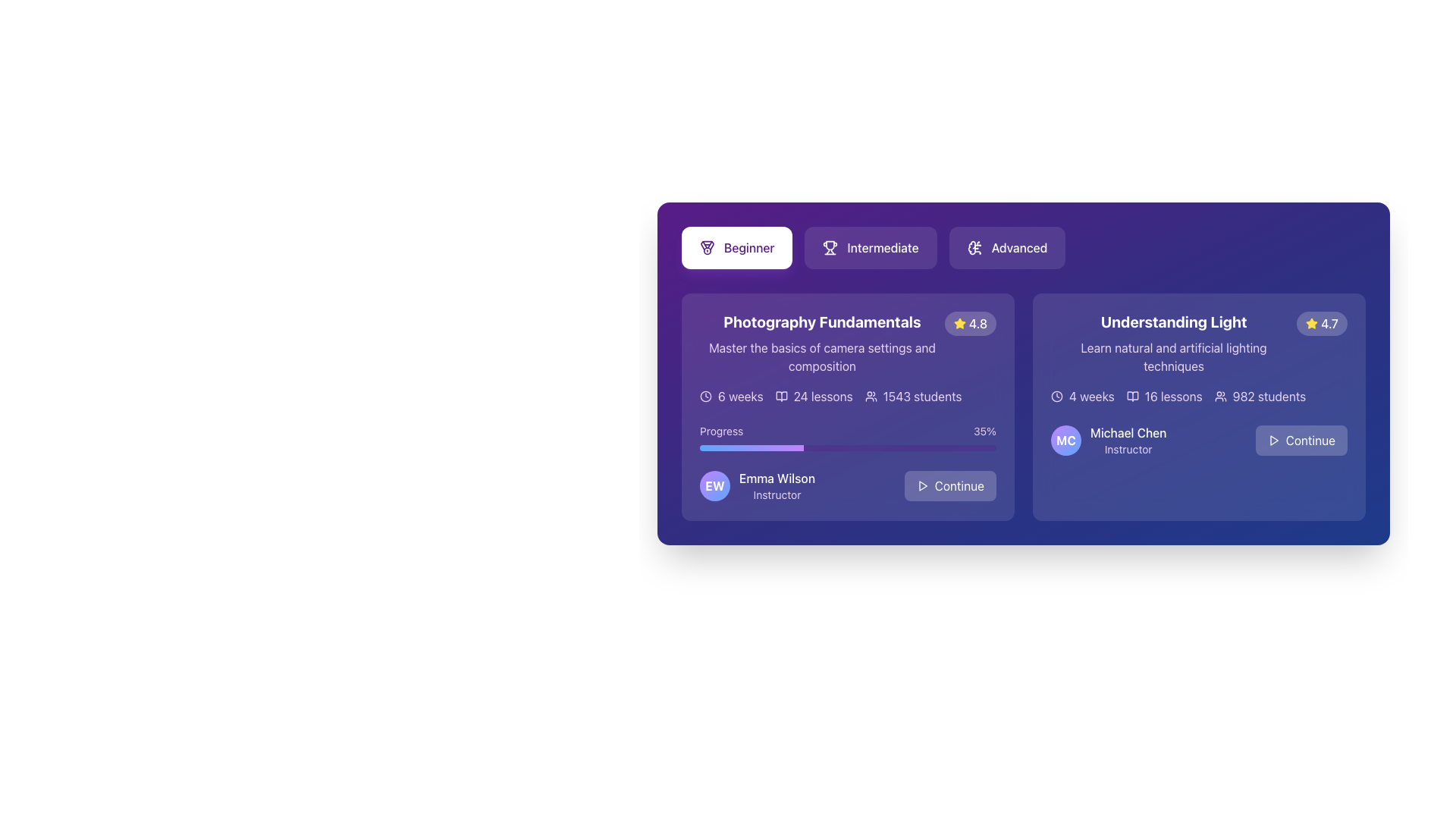 The image size is (1456, 819). What do you see at coordinates (1023, 247) in the screenshot?
I see `the 'Advanced' button located in the top section of the main panel` at bounding box center [1023, 247].